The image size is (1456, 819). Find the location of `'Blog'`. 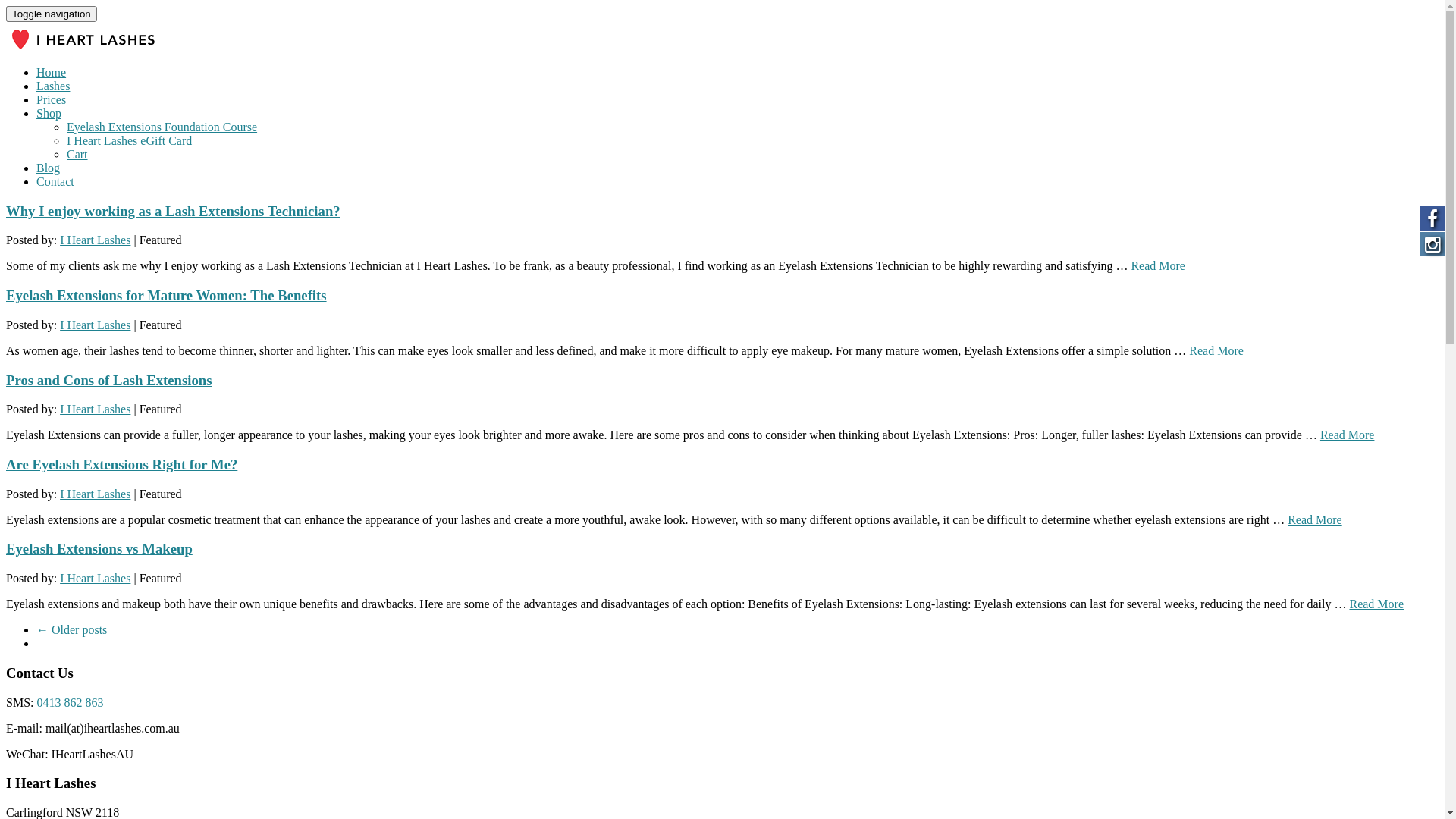

'Blog' is located at coordinates (48, 168).